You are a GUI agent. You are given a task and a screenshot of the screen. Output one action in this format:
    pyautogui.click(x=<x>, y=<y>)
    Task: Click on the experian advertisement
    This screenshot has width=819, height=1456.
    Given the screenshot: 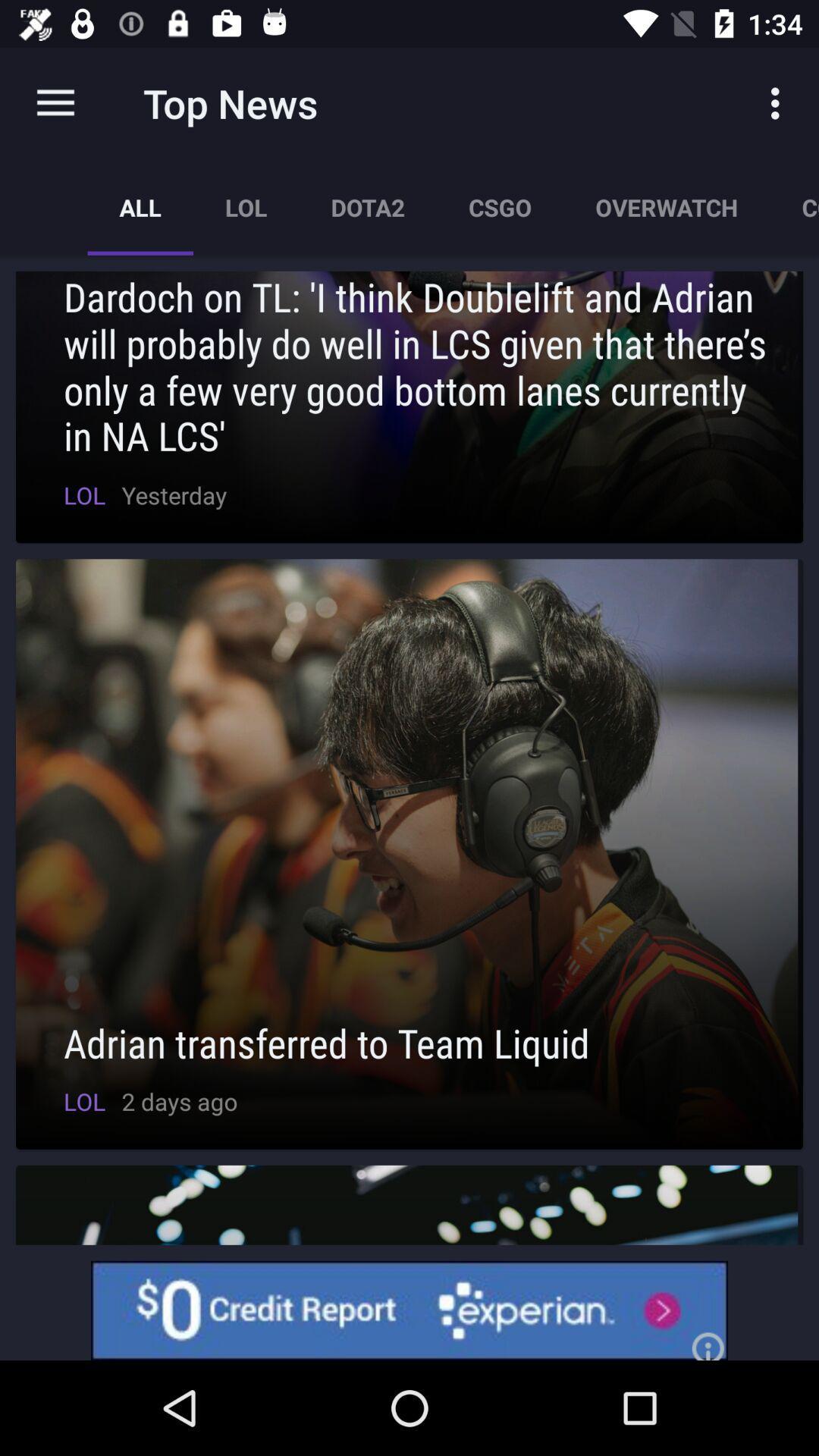 What is the action you would take?
    pyautogui.click(x=409, y=1310)
    